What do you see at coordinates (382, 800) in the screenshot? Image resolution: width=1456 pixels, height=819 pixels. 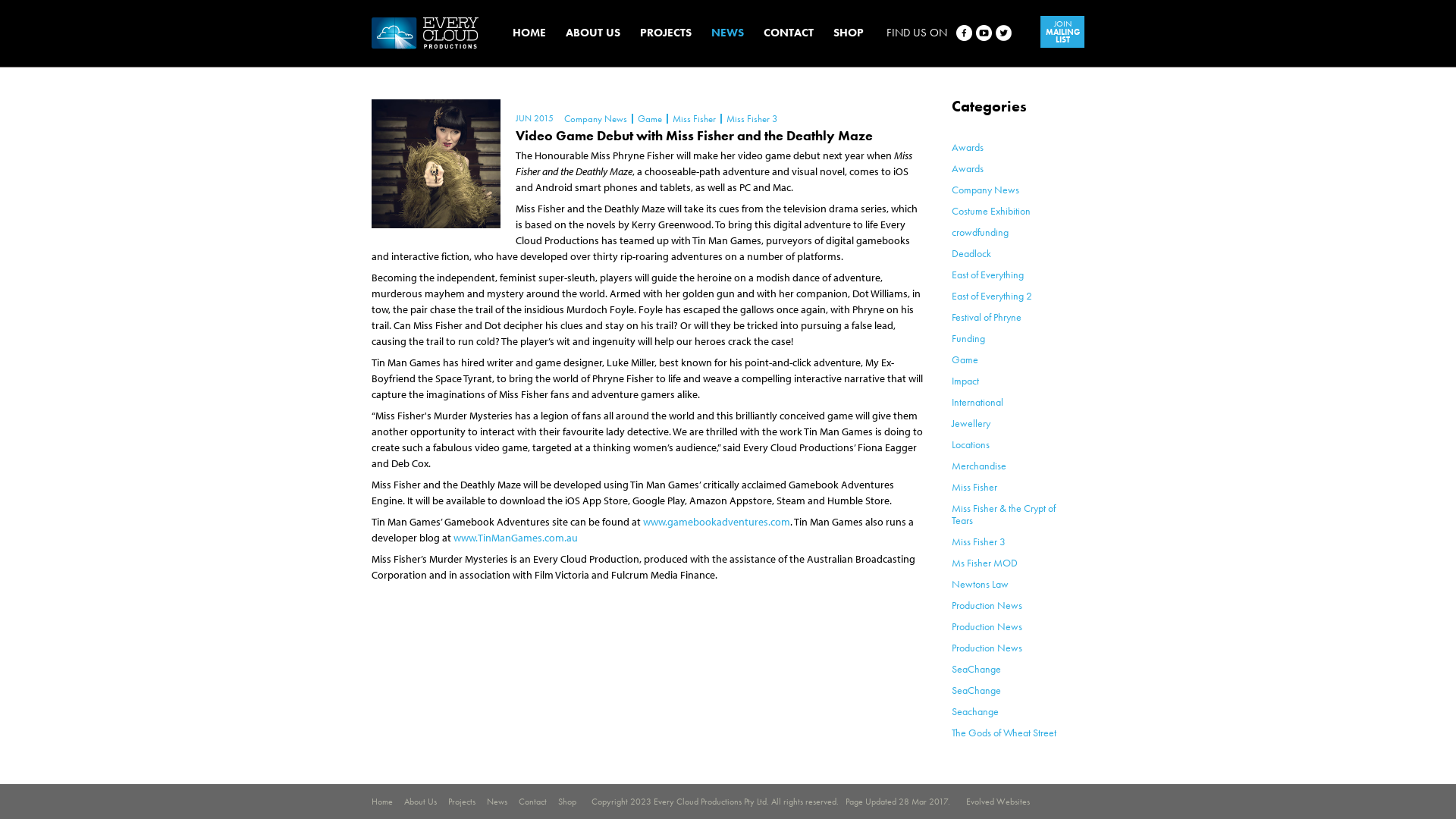 I see `'Home'` at bounding box center [382, 800].